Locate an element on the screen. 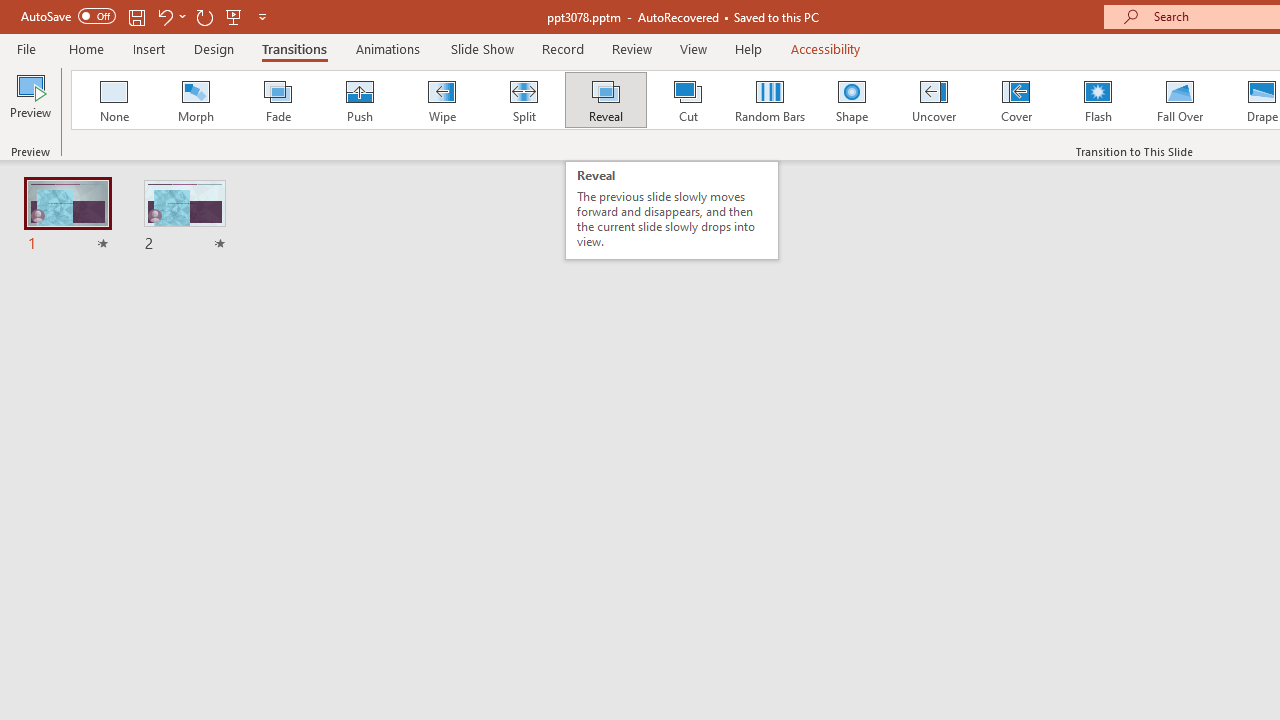 This screenshot has width=1280, height=720. 'Shape' is located at coordinates (852, 100).